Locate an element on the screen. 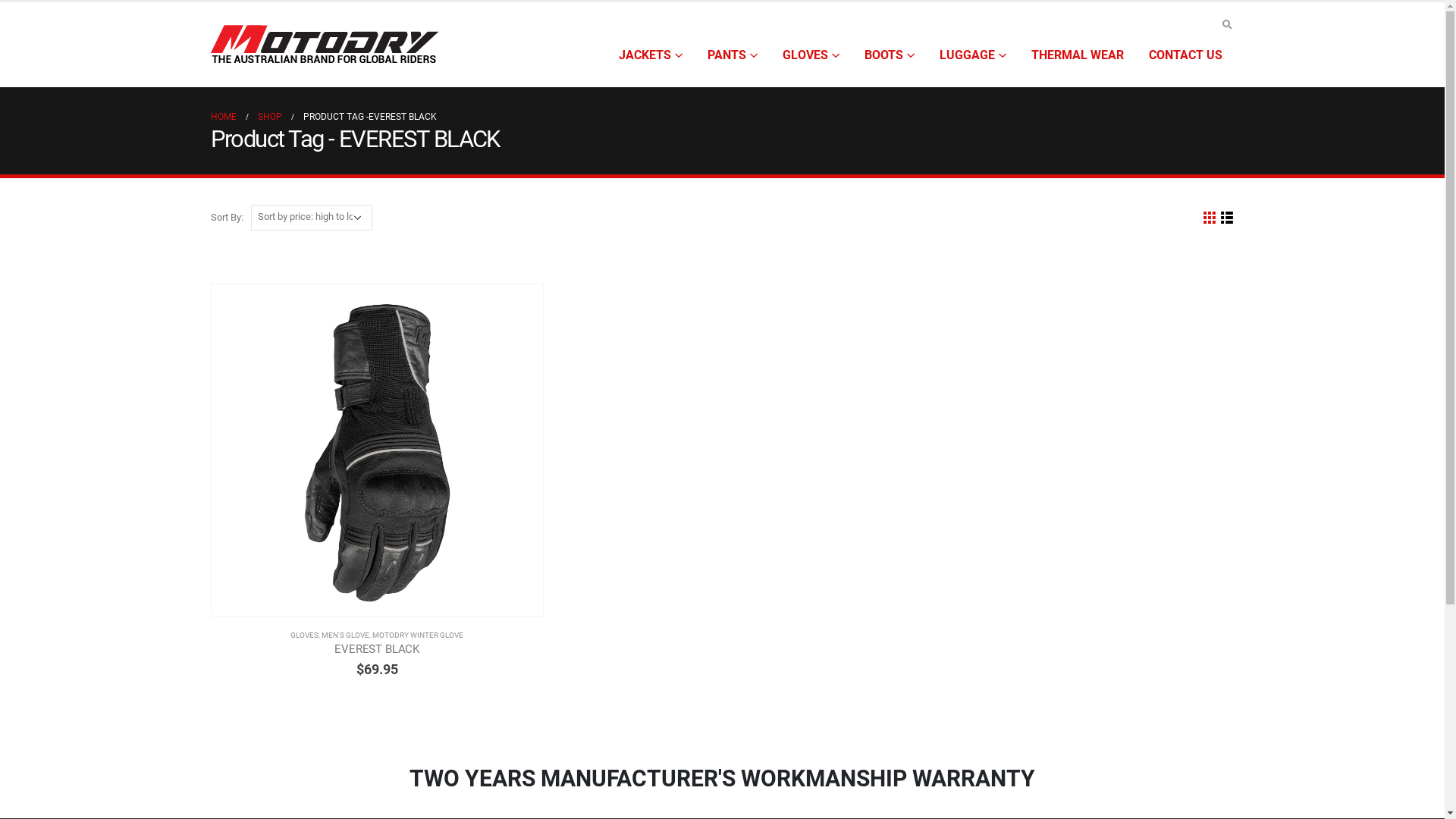 The width and height of the screenshot is (1456, 819). 'List View' is located at coordinates (1226, 218).